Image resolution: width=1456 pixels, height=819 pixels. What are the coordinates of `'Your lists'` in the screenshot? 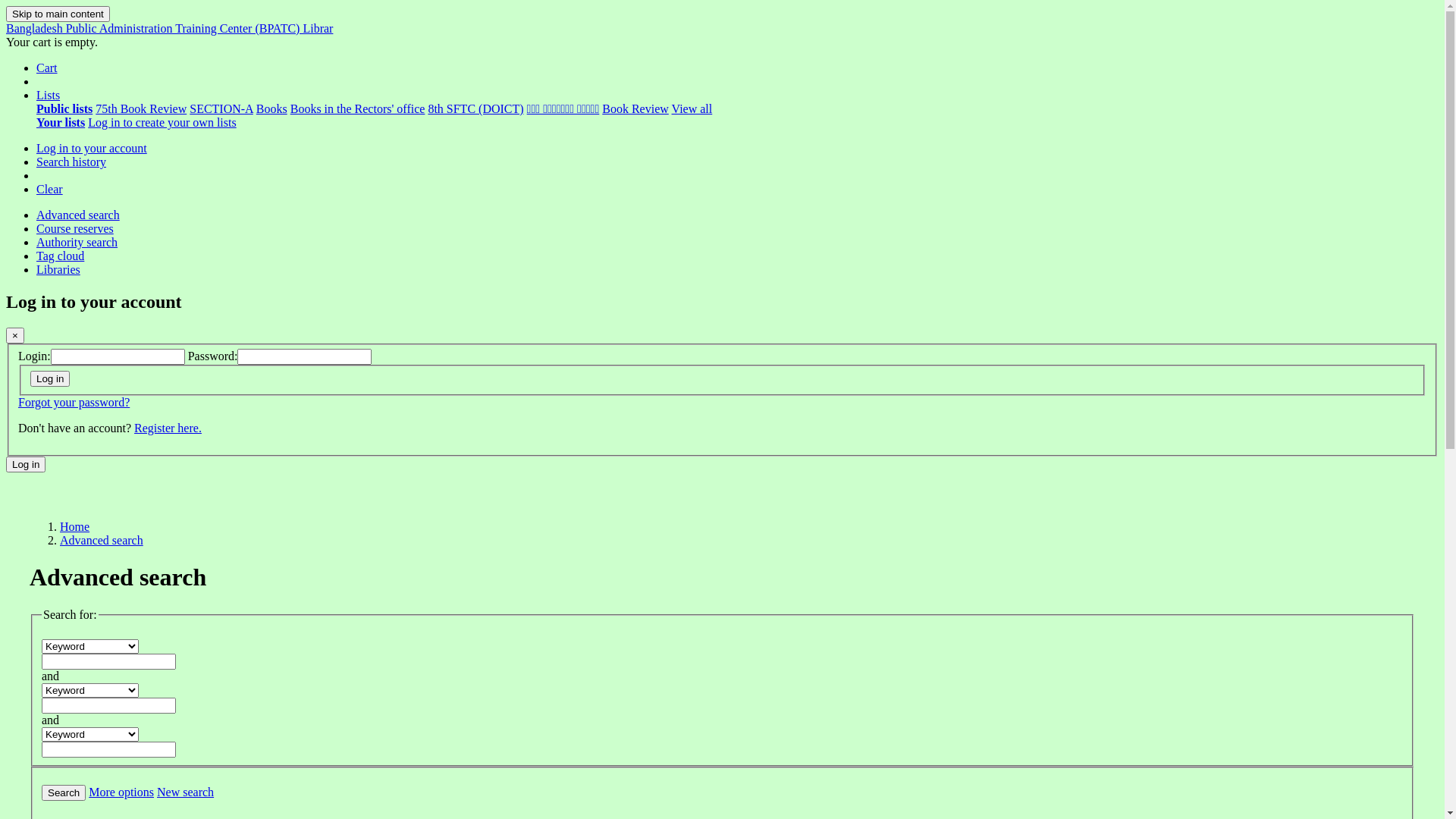 It's located at (36, 121).